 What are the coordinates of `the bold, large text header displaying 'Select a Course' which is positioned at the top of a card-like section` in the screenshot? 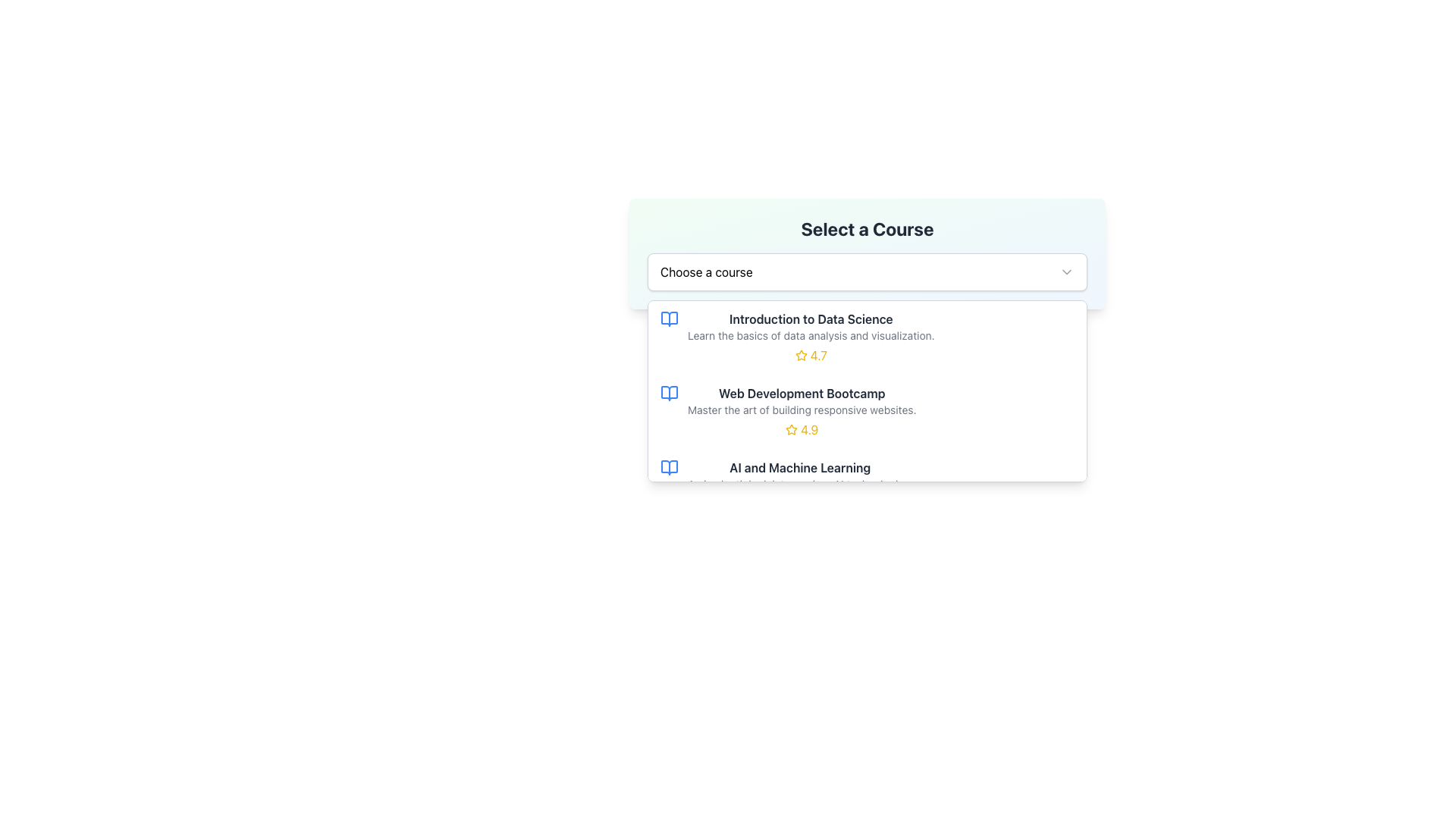 It's located at (867, 228).